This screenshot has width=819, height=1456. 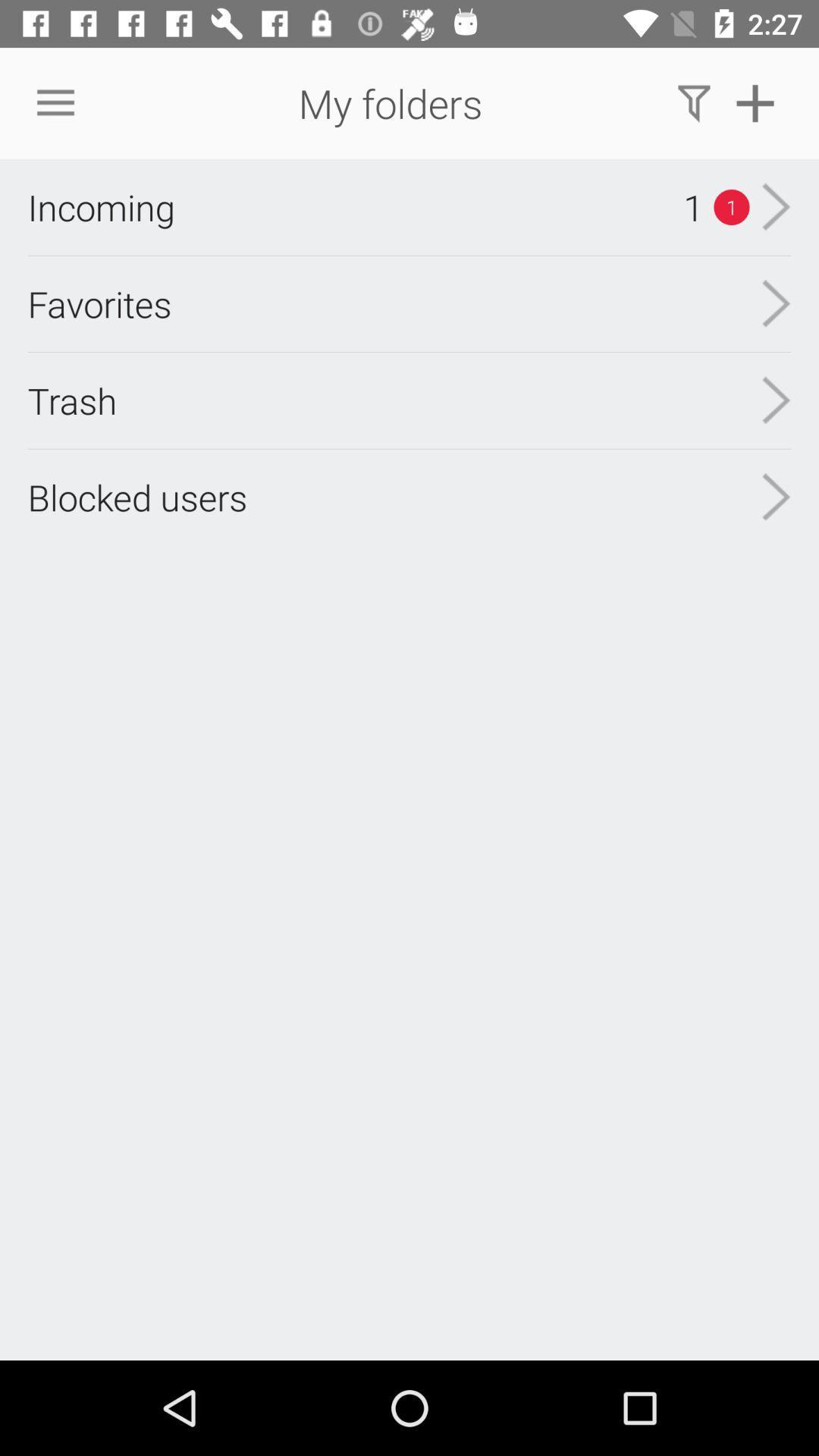 What do you see at coordinates (101, 206) in the screenshot?
I see `item next to 1` at bounding box center [101, 206].